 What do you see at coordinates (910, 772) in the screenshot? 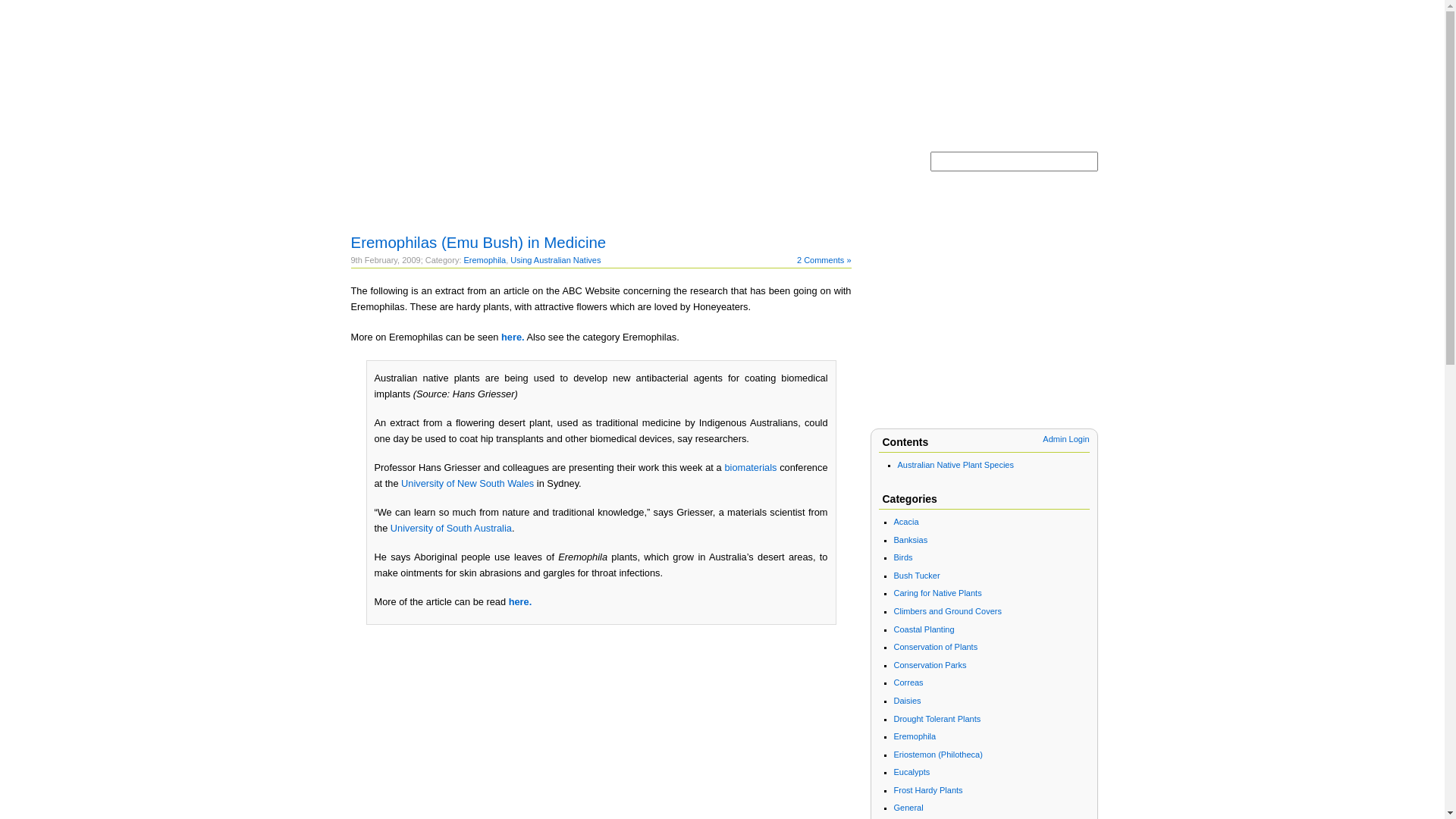
I see `'Eucalypts'` at bounding box center [910, 772].